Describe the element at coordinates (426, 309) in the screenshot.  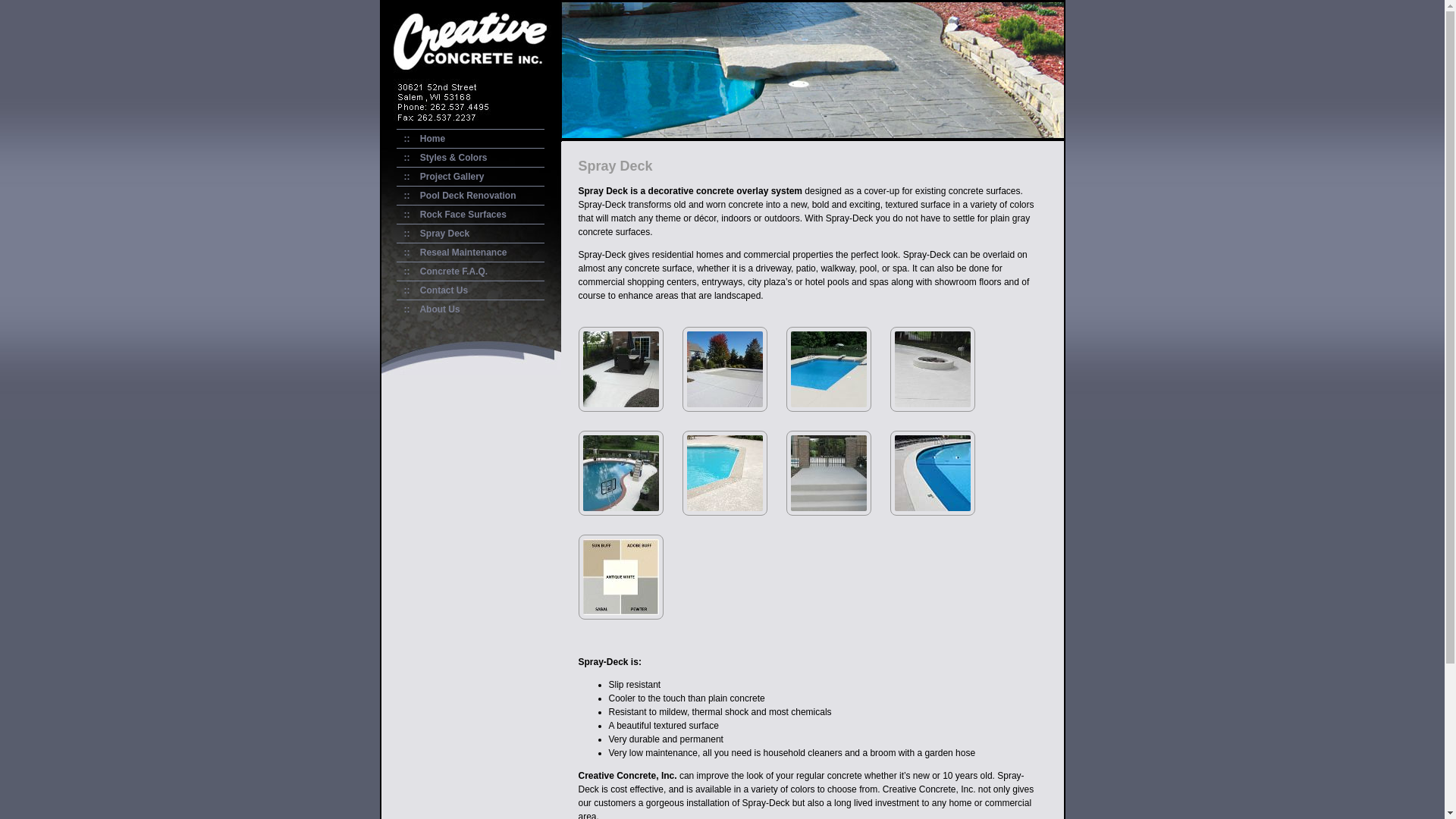
I see `'::    About Us'` at that location.